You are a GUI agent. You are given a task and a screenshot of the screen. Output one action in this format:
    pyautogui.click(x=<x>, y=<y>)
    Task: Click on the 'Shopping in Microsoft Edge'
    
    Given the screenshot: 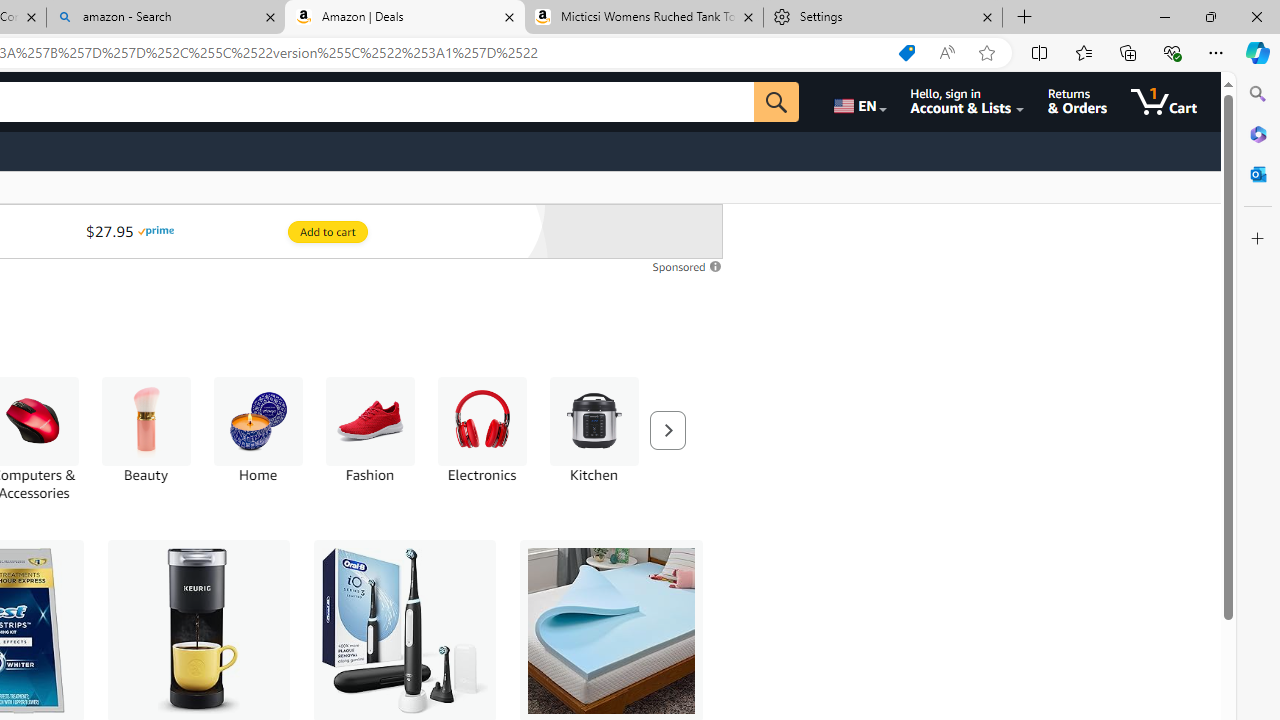 What is the action you would take?
    pyautogui.click(x=905, y=52)
    